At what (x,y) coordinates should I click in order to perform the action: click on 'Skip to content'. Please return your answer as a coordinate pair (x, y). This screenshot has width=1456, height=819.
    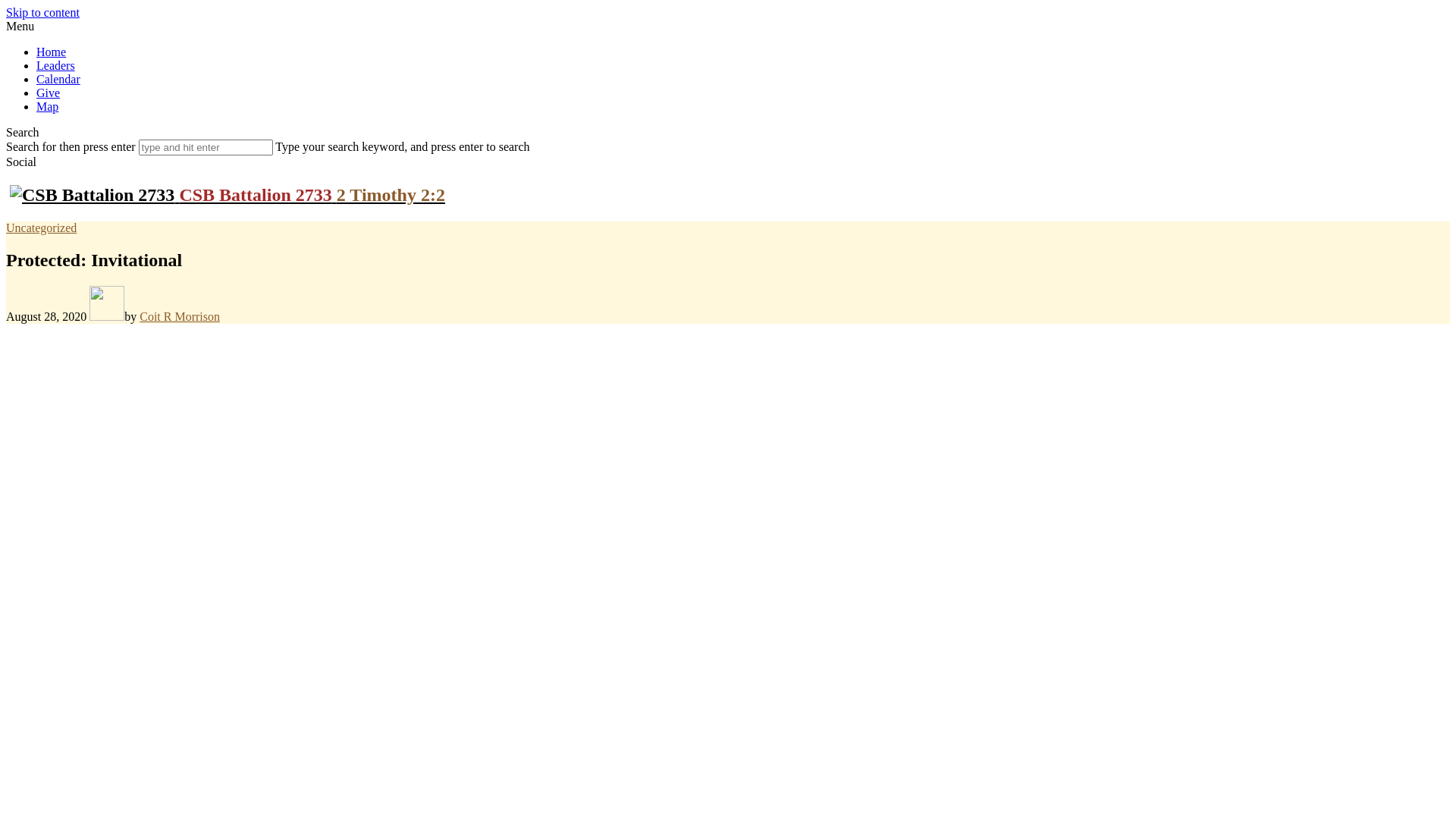
    Looking at the image, I should click on (42, 12).